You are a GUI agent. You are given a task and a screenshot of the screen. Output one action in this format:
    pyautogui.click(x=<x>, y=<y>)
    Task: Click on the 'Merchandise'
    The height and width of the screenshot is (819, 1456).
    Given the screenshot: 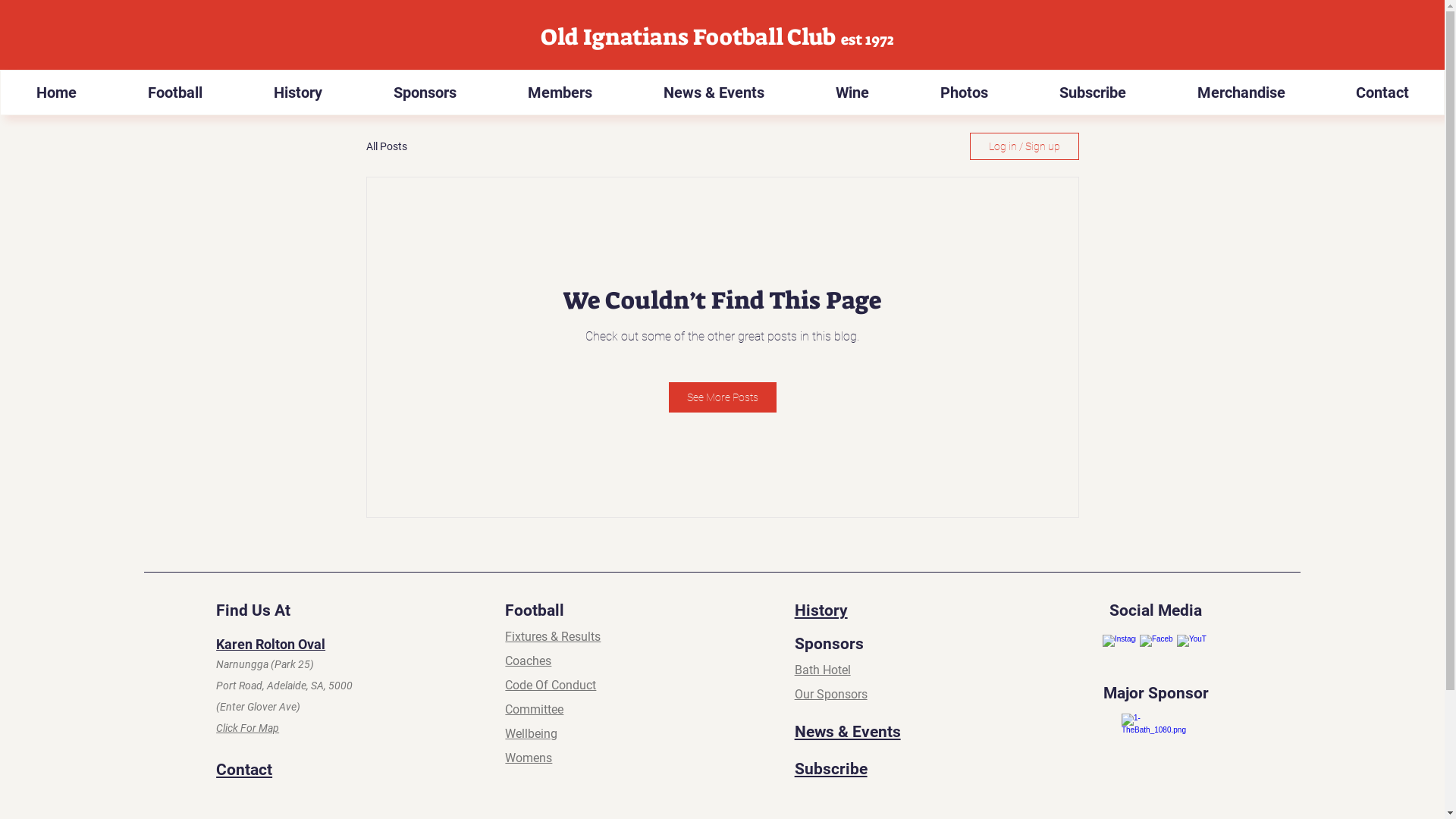 What is the action you would take?
    pyautogui.click(x=1241, y=93)
    